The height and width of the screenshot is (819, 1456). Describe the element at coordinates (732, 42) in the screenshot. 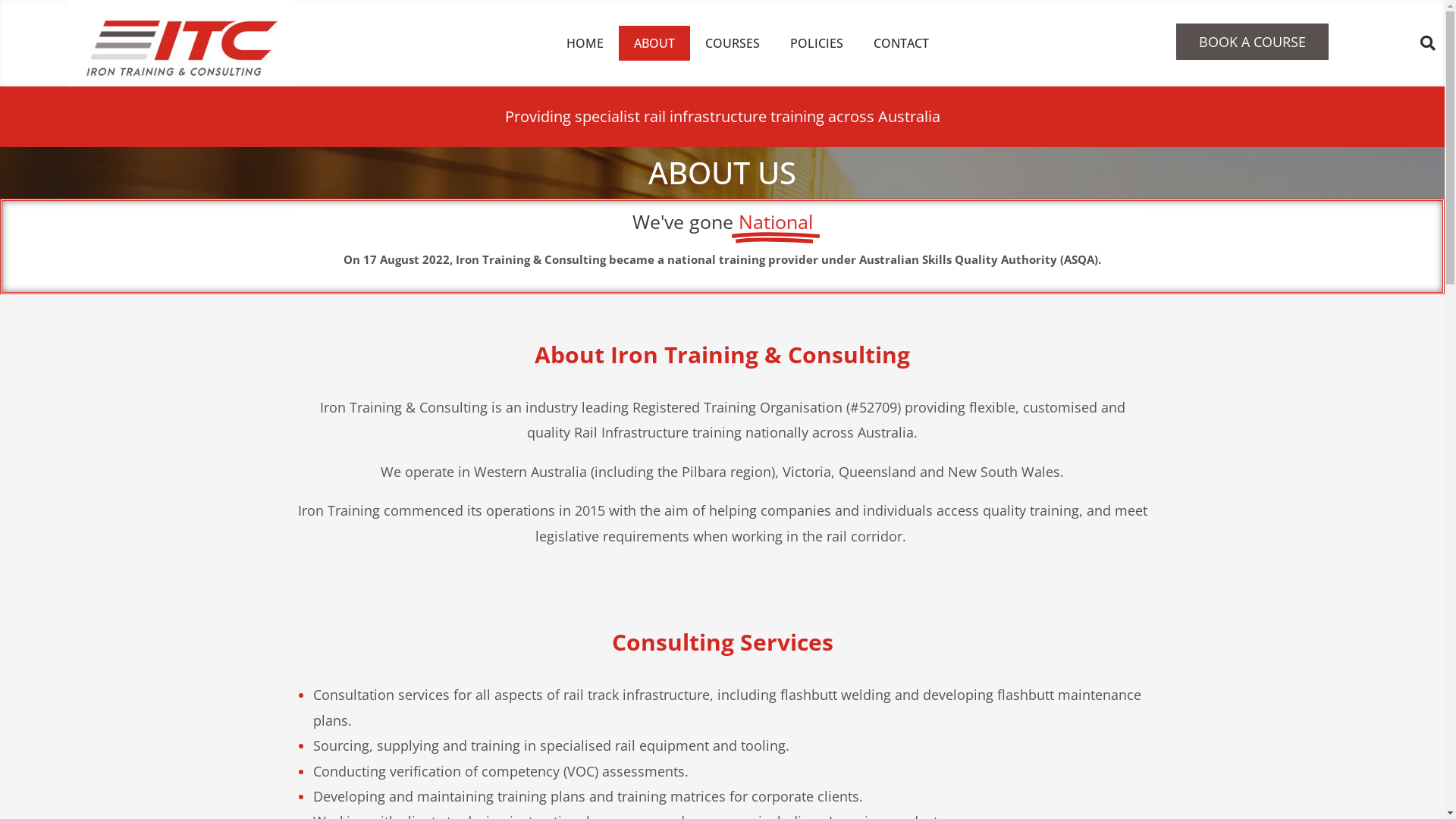

I see `'COURSES'` at that location.